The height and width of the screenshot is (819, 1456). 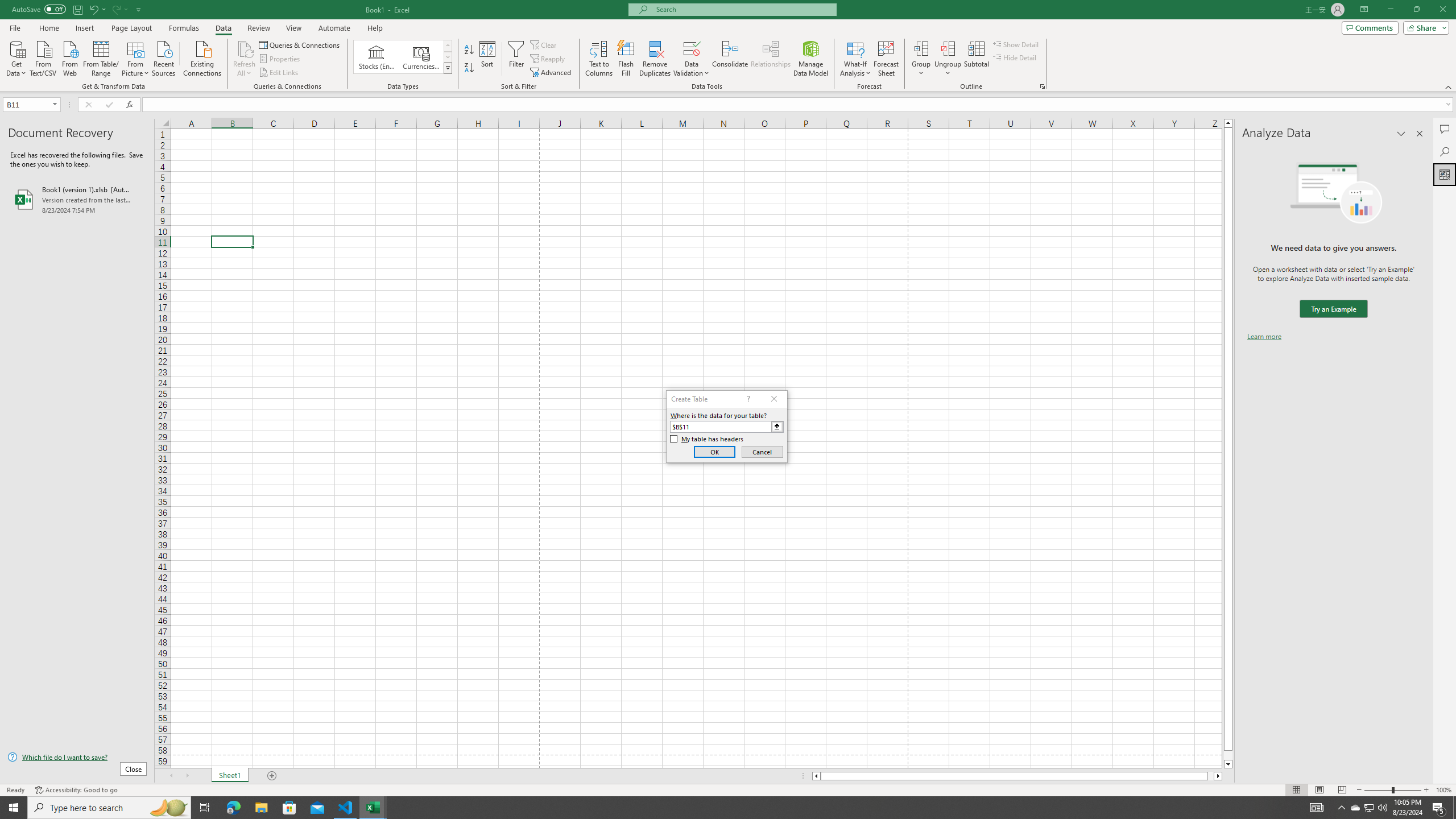 What do you see at coordinates (855, 59) in the screenshot?
I see `'What-If Analysis'` at bounding box center [855, 59].